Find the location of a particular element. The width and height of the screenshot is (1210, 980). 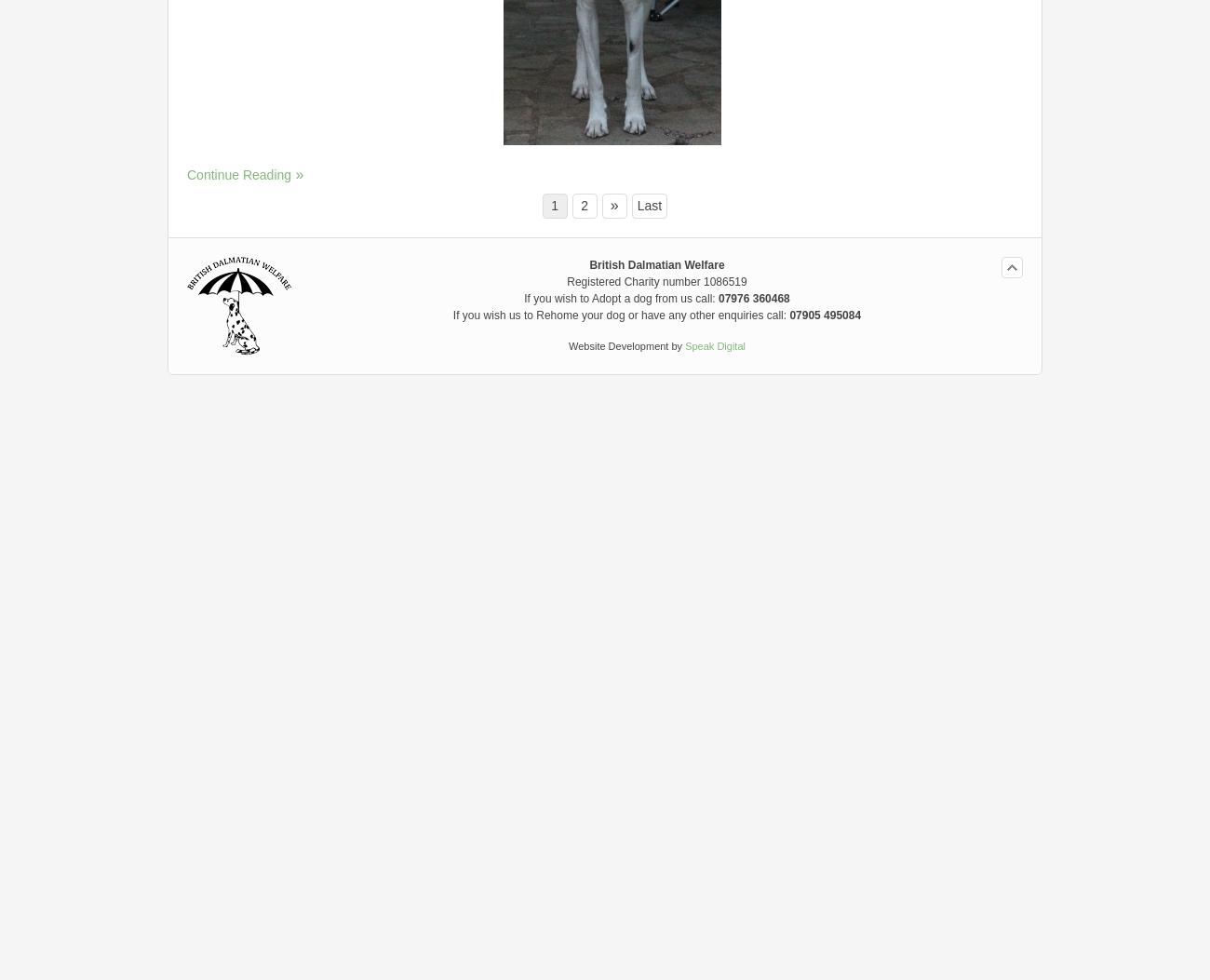

'07905 495084' is located at coordinates (824, 314).